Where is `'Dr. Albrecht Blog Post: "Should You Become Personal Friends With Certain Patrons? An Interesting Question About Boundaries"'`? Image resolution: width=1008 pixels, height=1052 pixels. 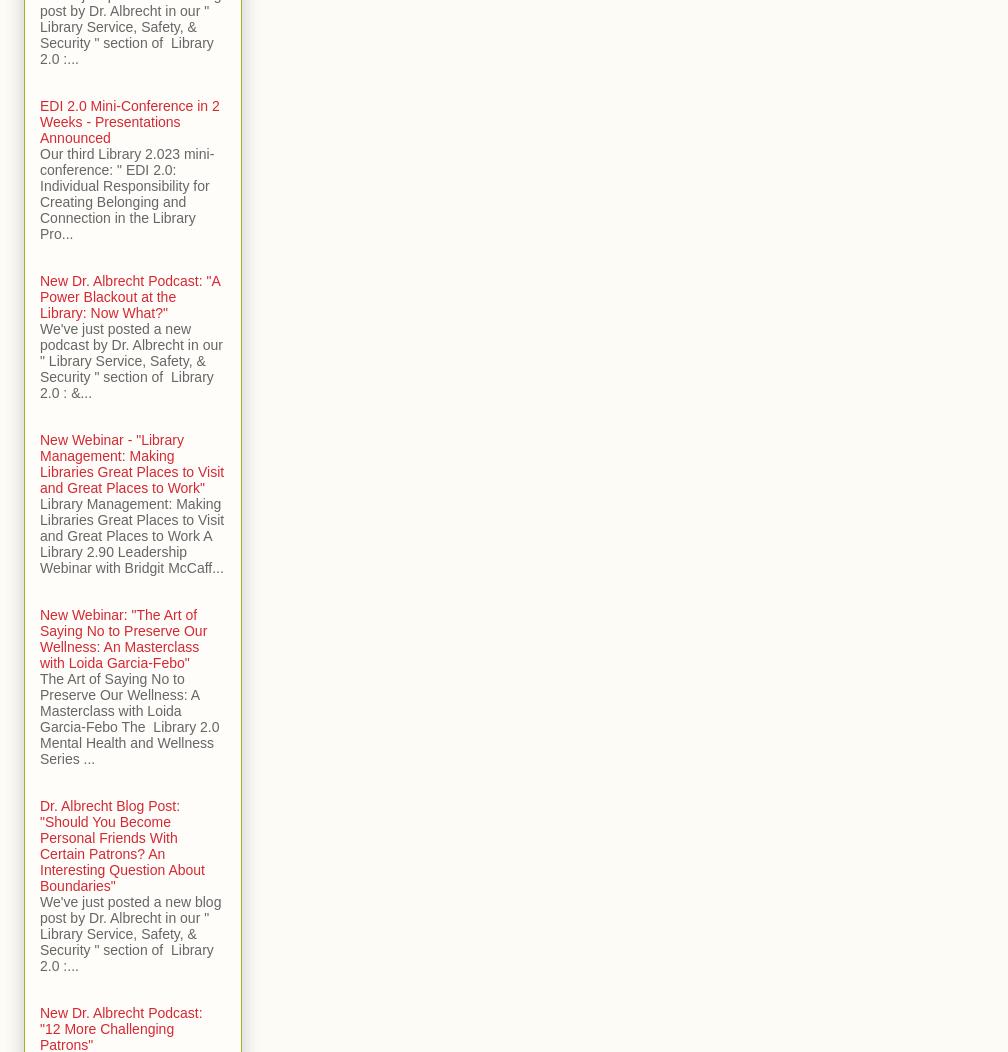 'Dr. Albrecht Blog Post: "Should You Become Personal Friends With Certain Patrons? An Interesting Question About Boundaries"' is located at coordinates (122, 845).